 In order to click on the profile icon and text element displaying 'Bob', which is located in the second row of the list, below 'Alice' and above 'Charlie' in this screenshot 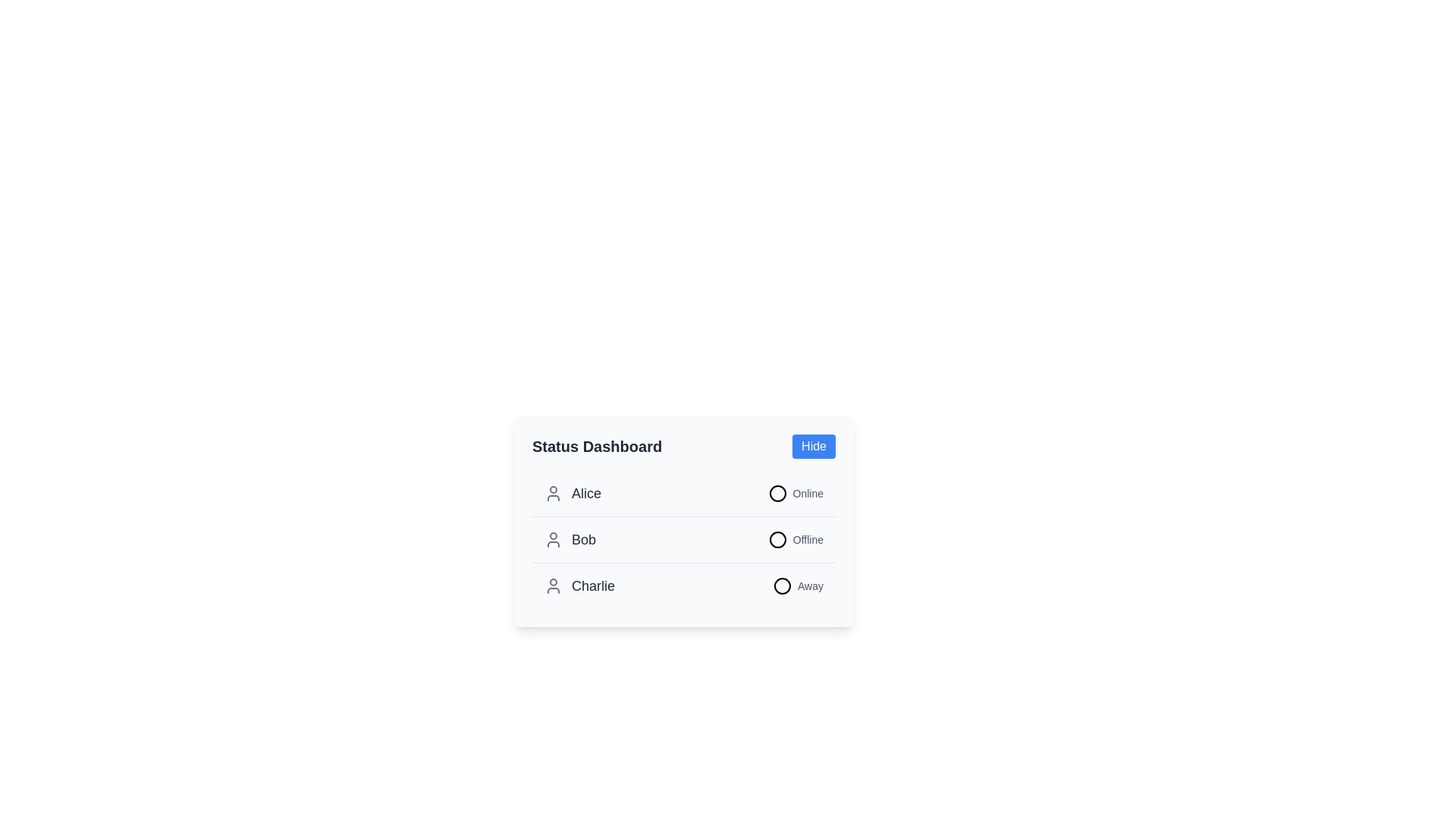, I will do `click(570, 539)`.